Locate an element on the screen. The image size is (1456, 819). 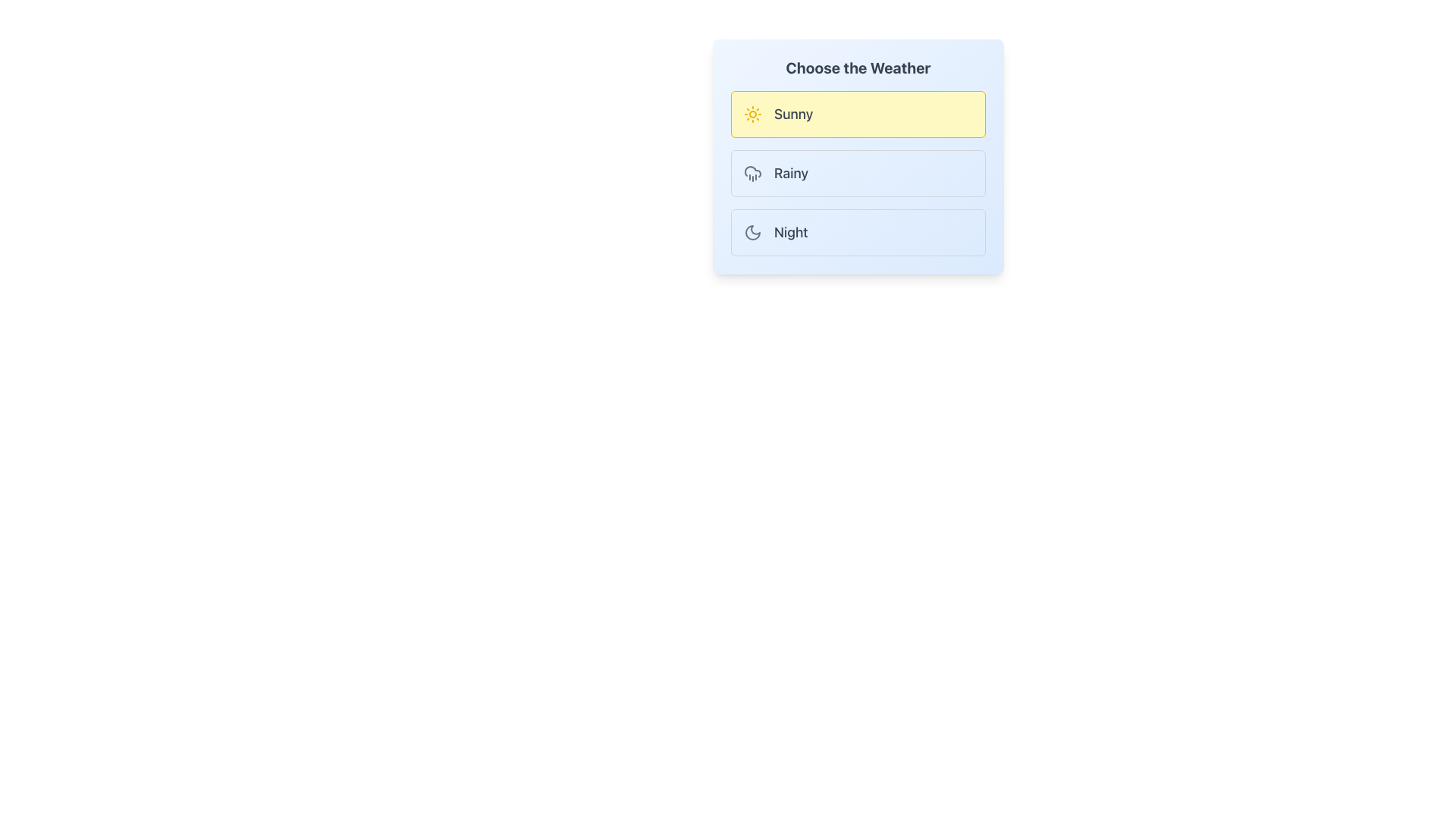
the text label 'Sunny' that is styled with a medium-sized, gray-colored font and is located within a yellow-highlighted rectangular block in the weather selection interface is located at coordinates (792, 113).